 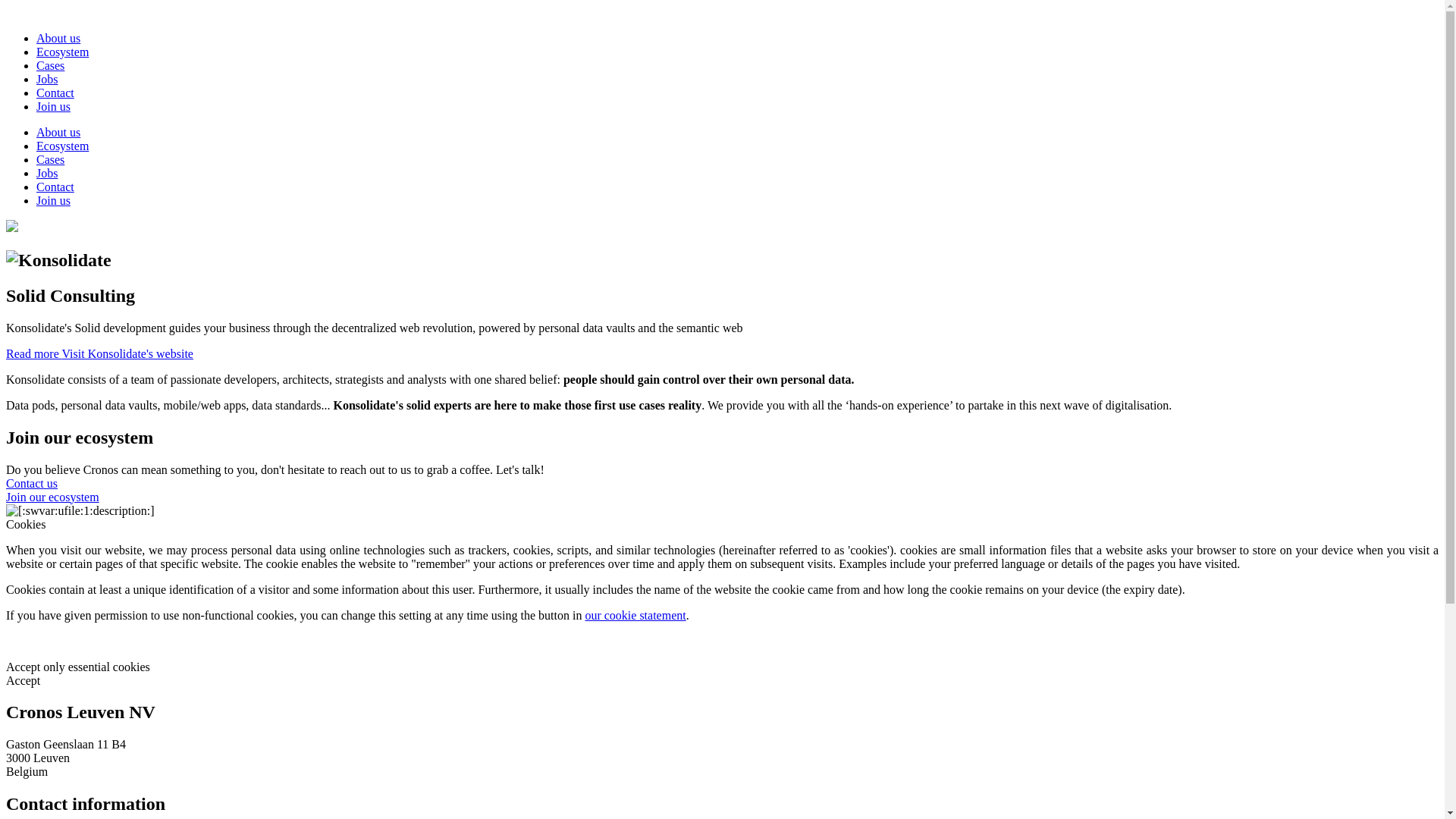 What do you see at coordinates (53, 105) in the screenshot?
I see `'Join us'` at bounding box center [53, 105].